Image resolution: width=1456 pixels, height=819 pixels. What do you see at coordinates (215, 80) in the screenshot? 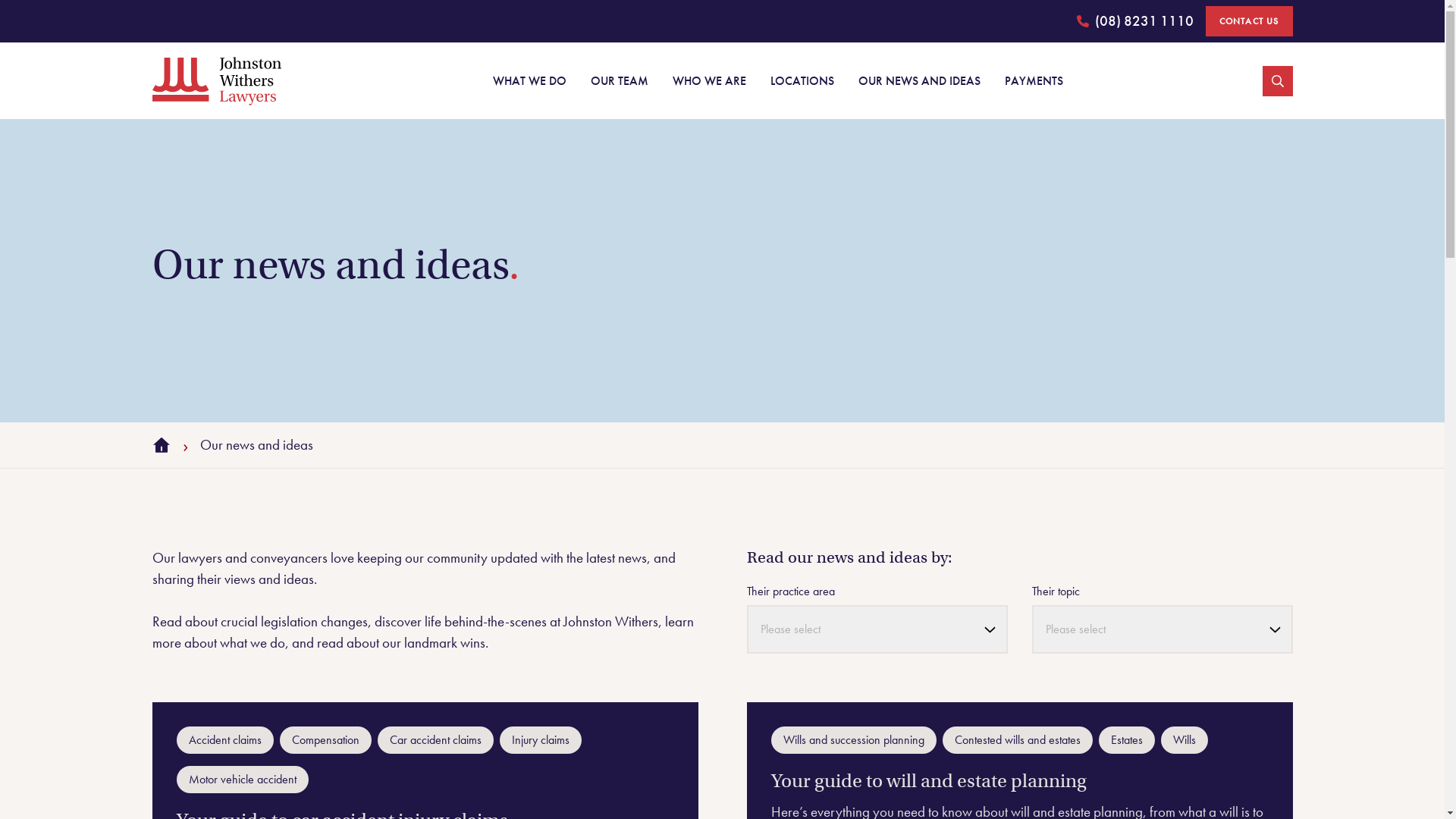
I see `'Johnston Withers'` at bounding box center [215, 80].